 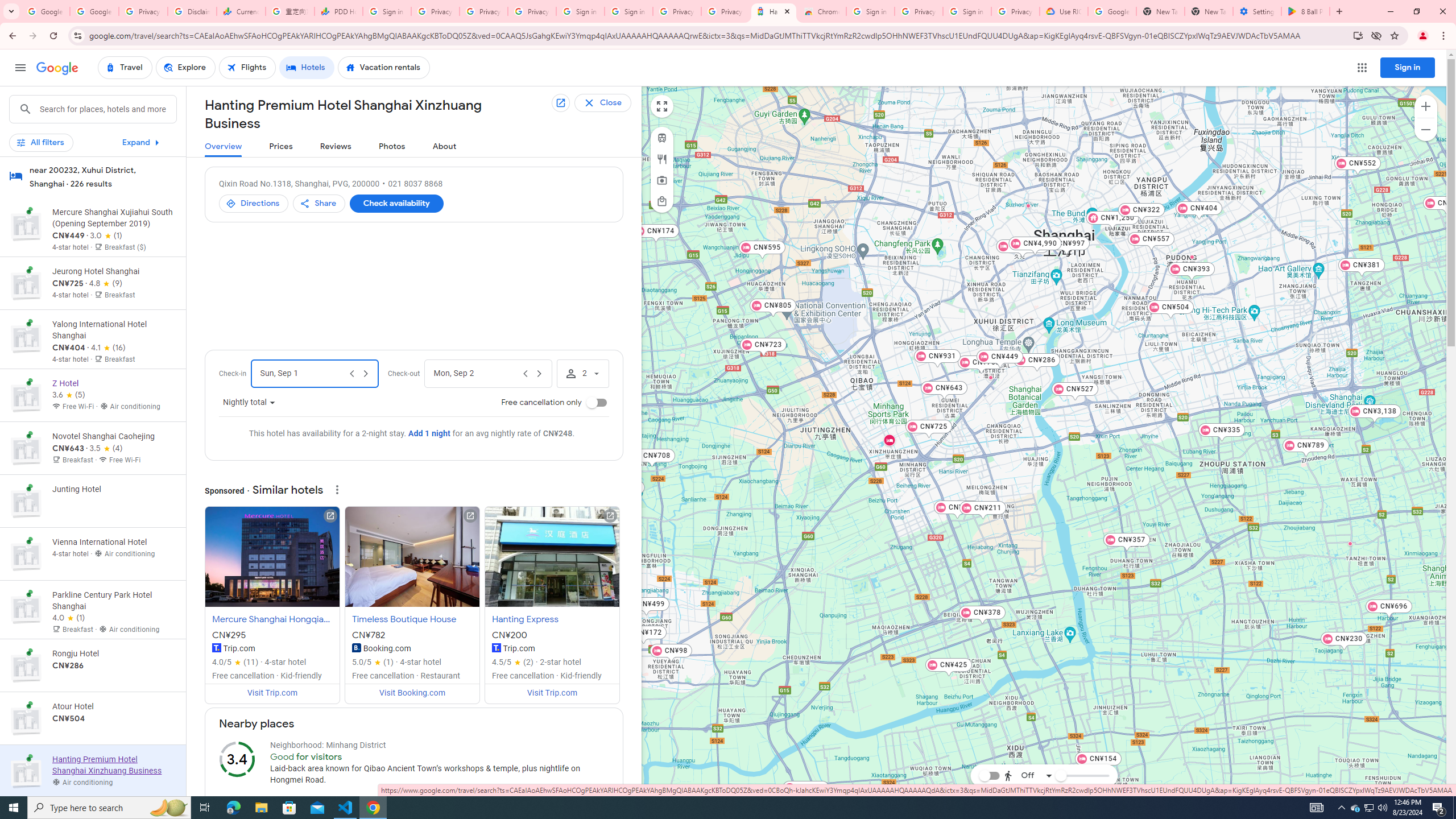 I want to click on 'Explore', so click(x=185, y=67).